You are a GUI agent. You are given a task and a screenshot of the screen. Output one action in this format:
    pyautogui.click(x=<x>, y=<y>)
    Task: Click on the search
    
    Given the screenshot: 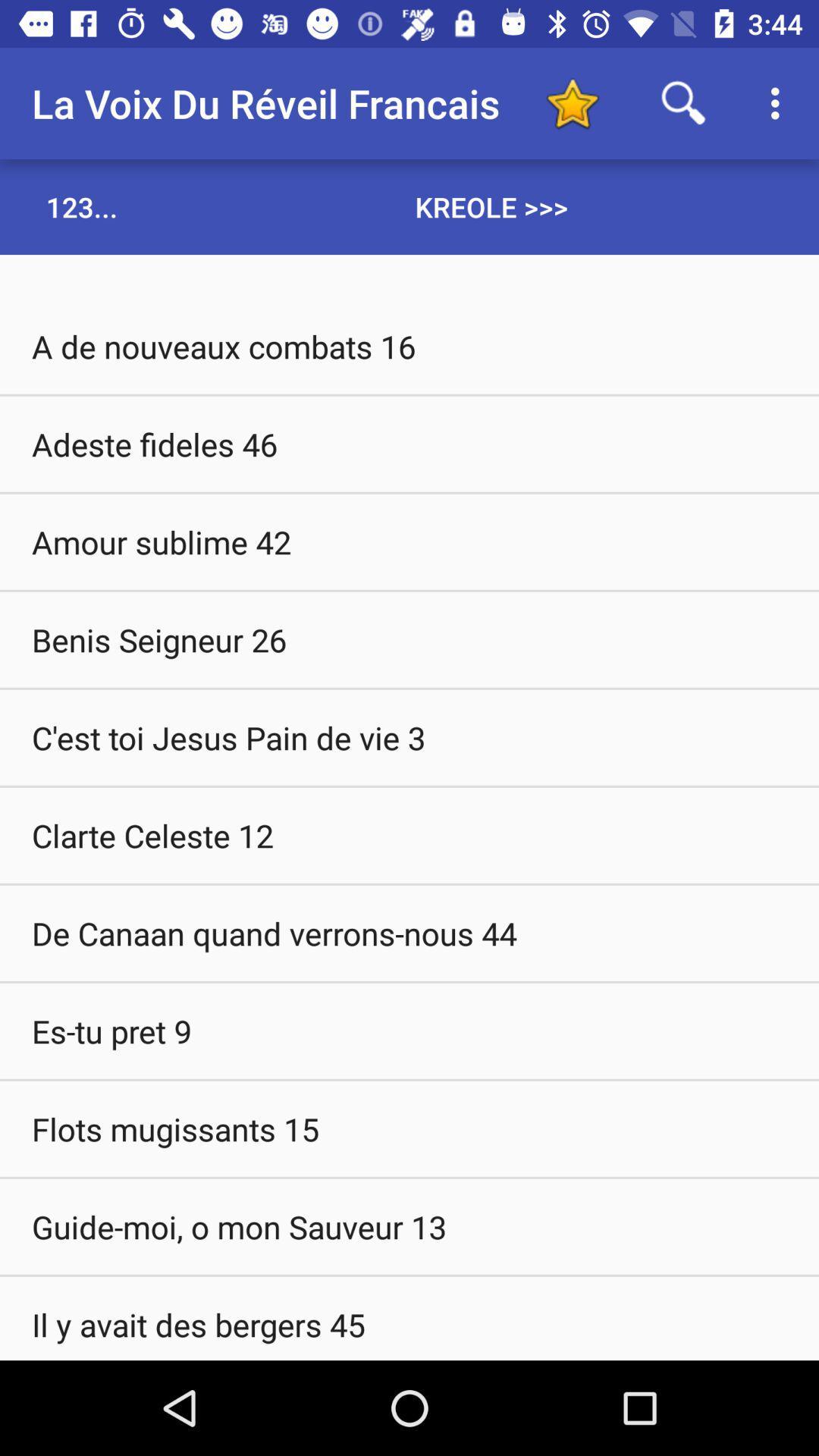 What is the action you would take?
    pyautogui.click(x=683, y=102)
    